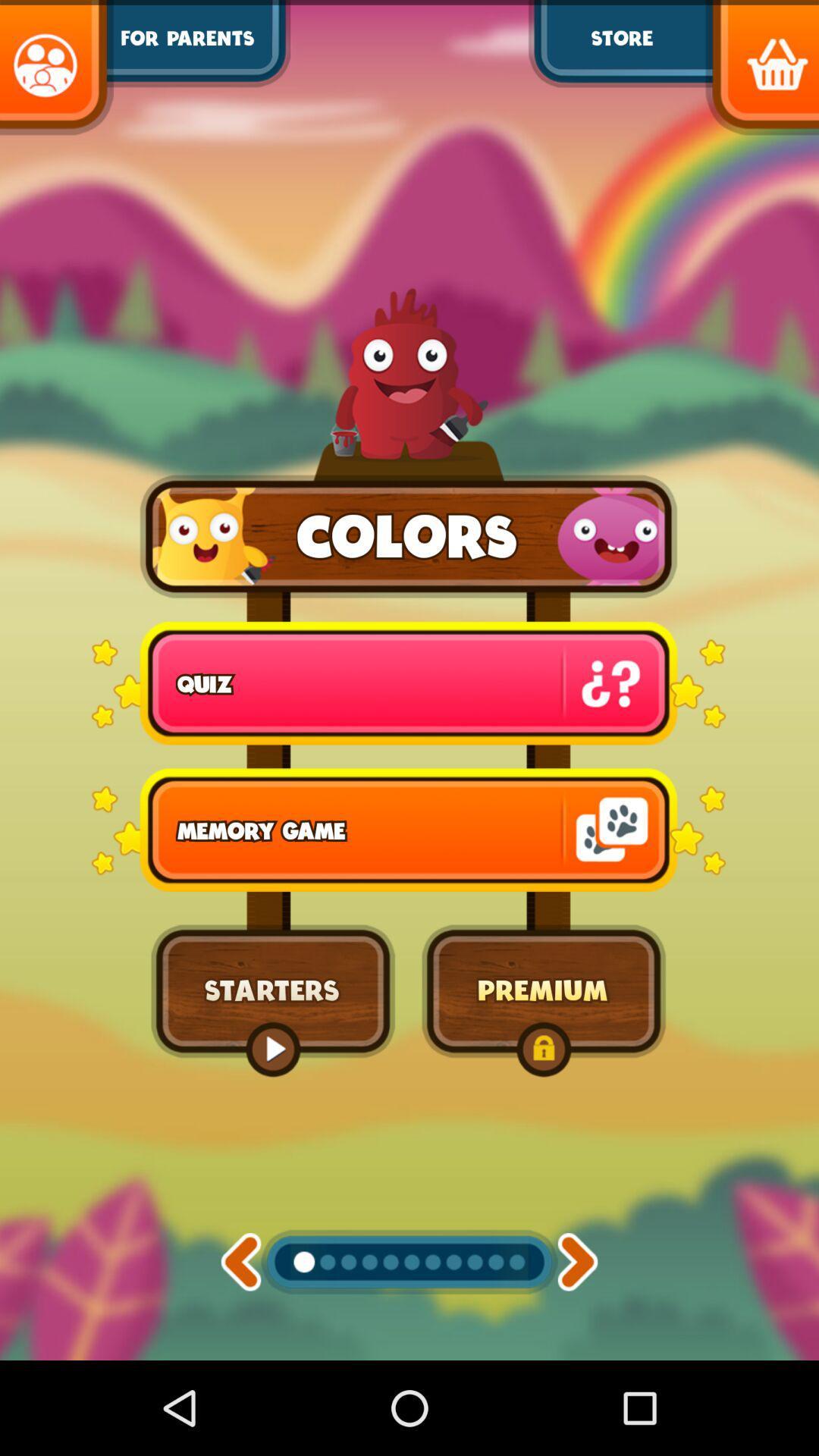 The width and height of the screenshot is (819, 1456). Describe the element at coordinates (408, 829) in the screenshot. I see `memory game` at that location.